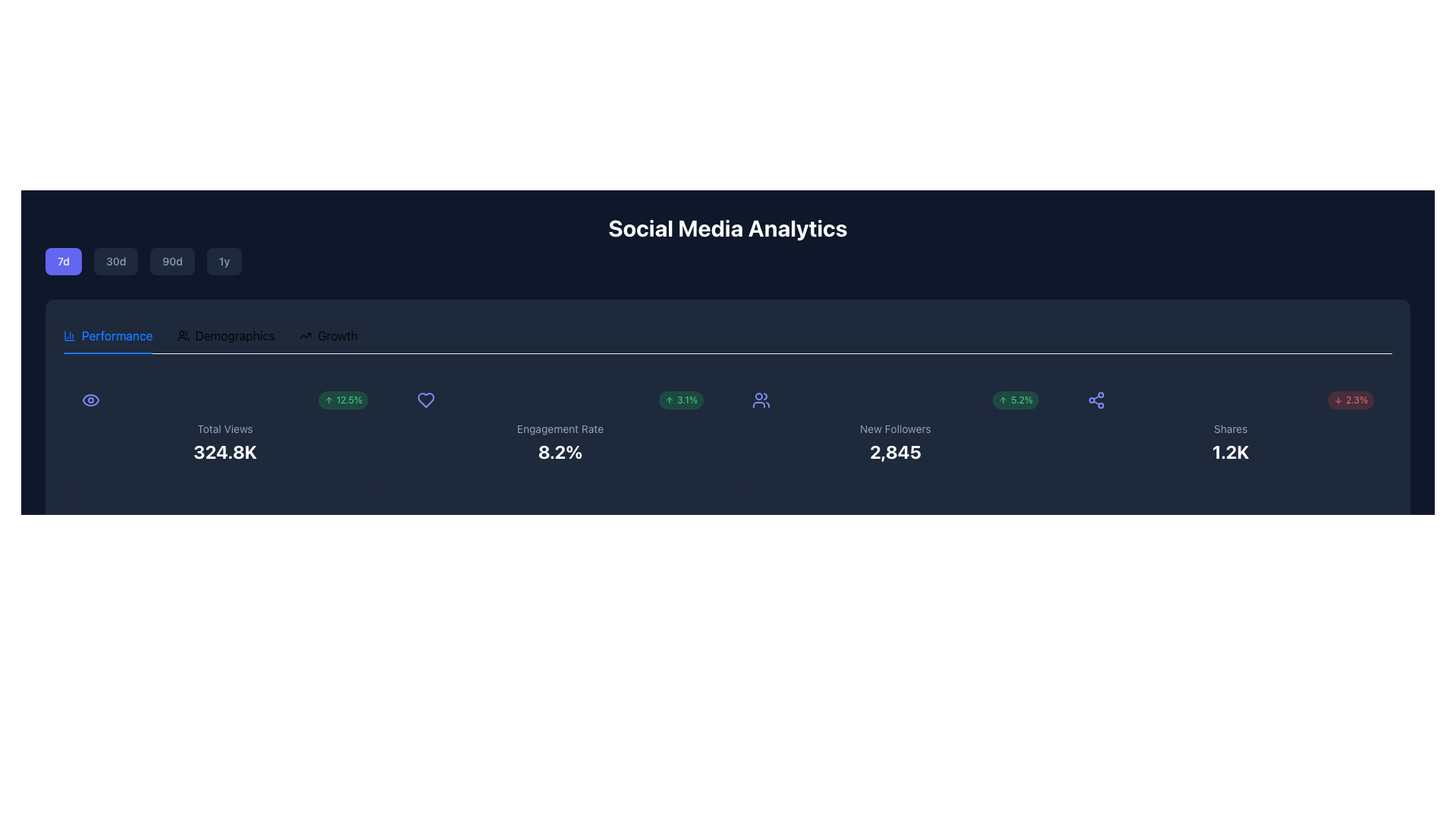  What do you see at coordinates (68, 335) in the screenshot?
I see `the 'Performance' icon located at the leftmost side of the menu bar, which visually represents the performance section adjacent to the 'Performance' label` at bounding box center [68, 335].